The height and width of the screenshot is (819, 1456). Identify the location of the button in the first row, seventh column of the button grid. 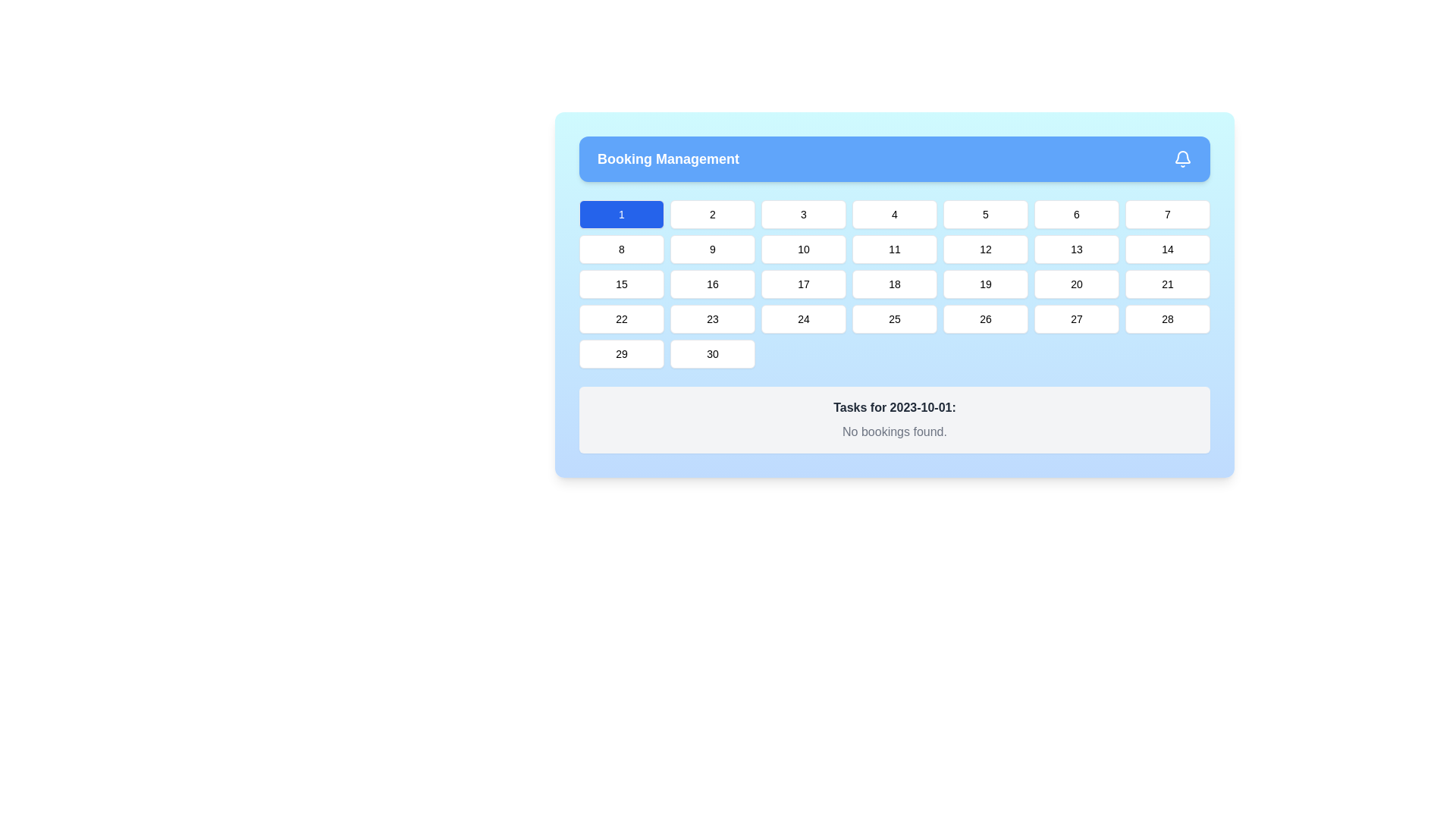
(1167, 214).